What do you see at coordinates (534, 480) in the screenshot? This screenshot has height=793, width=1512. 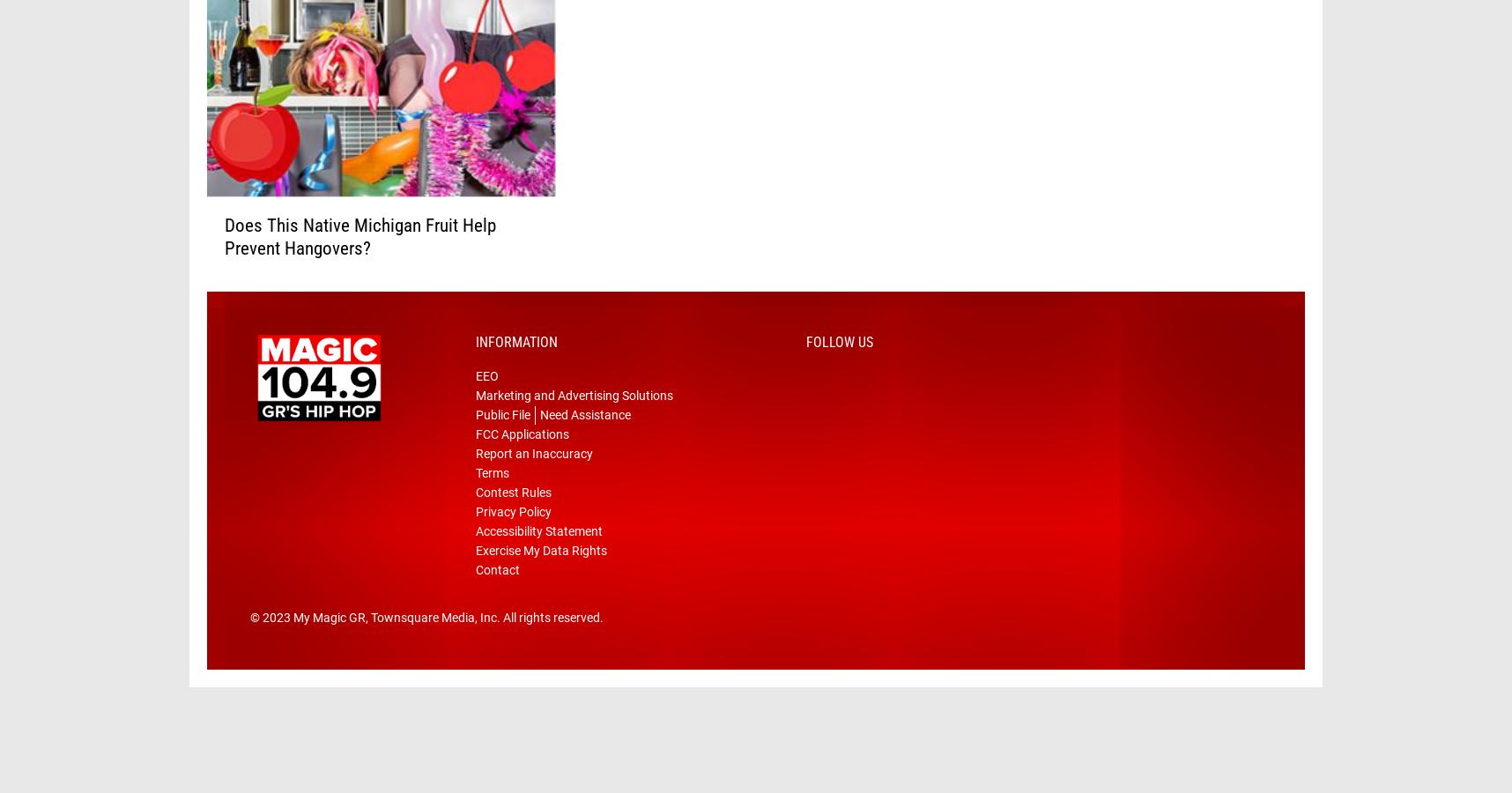 I see `'Report an Inaccuracy'` at bounding box center [534, 480].